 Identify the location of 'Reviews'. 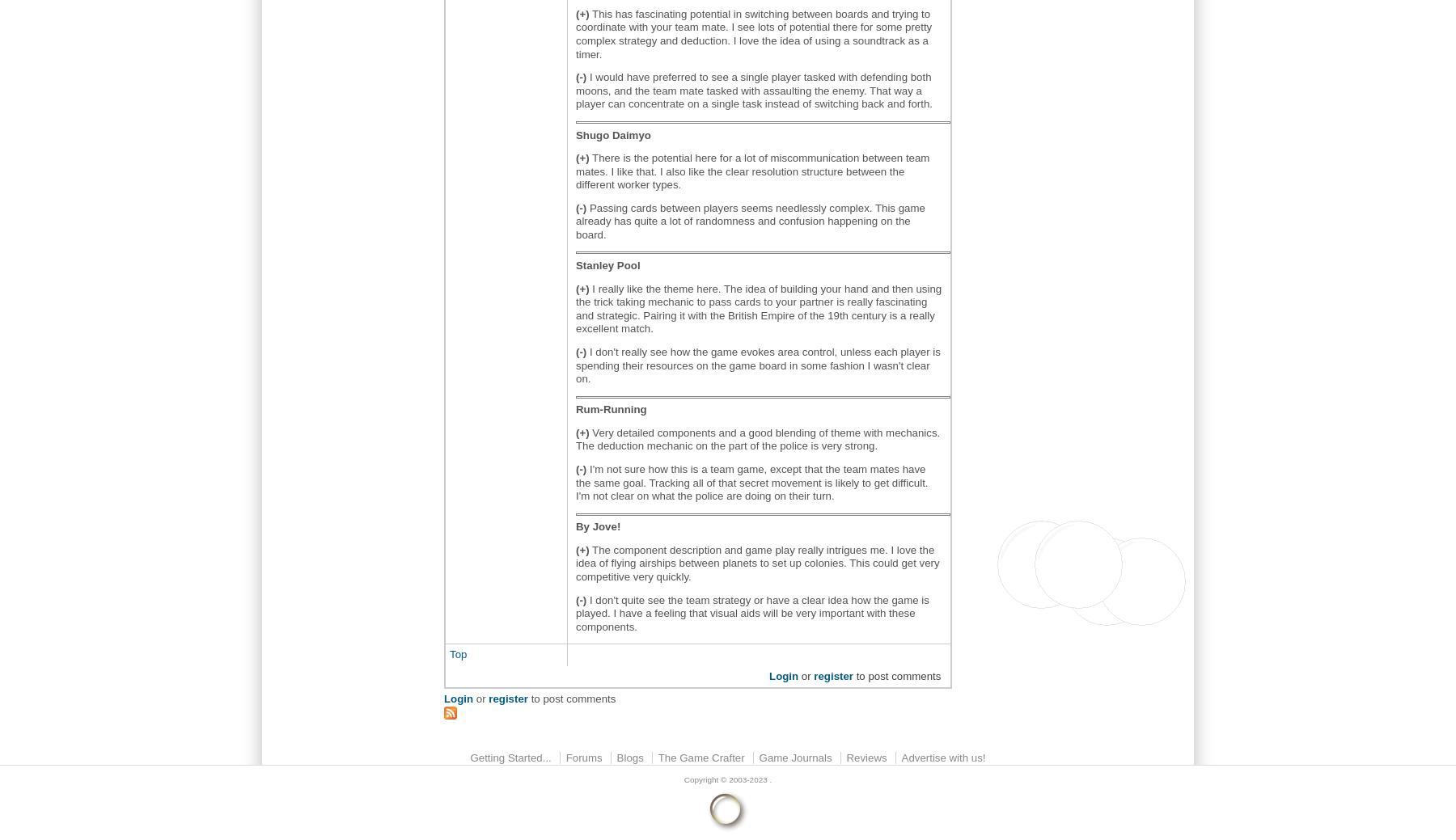
(866, 757).